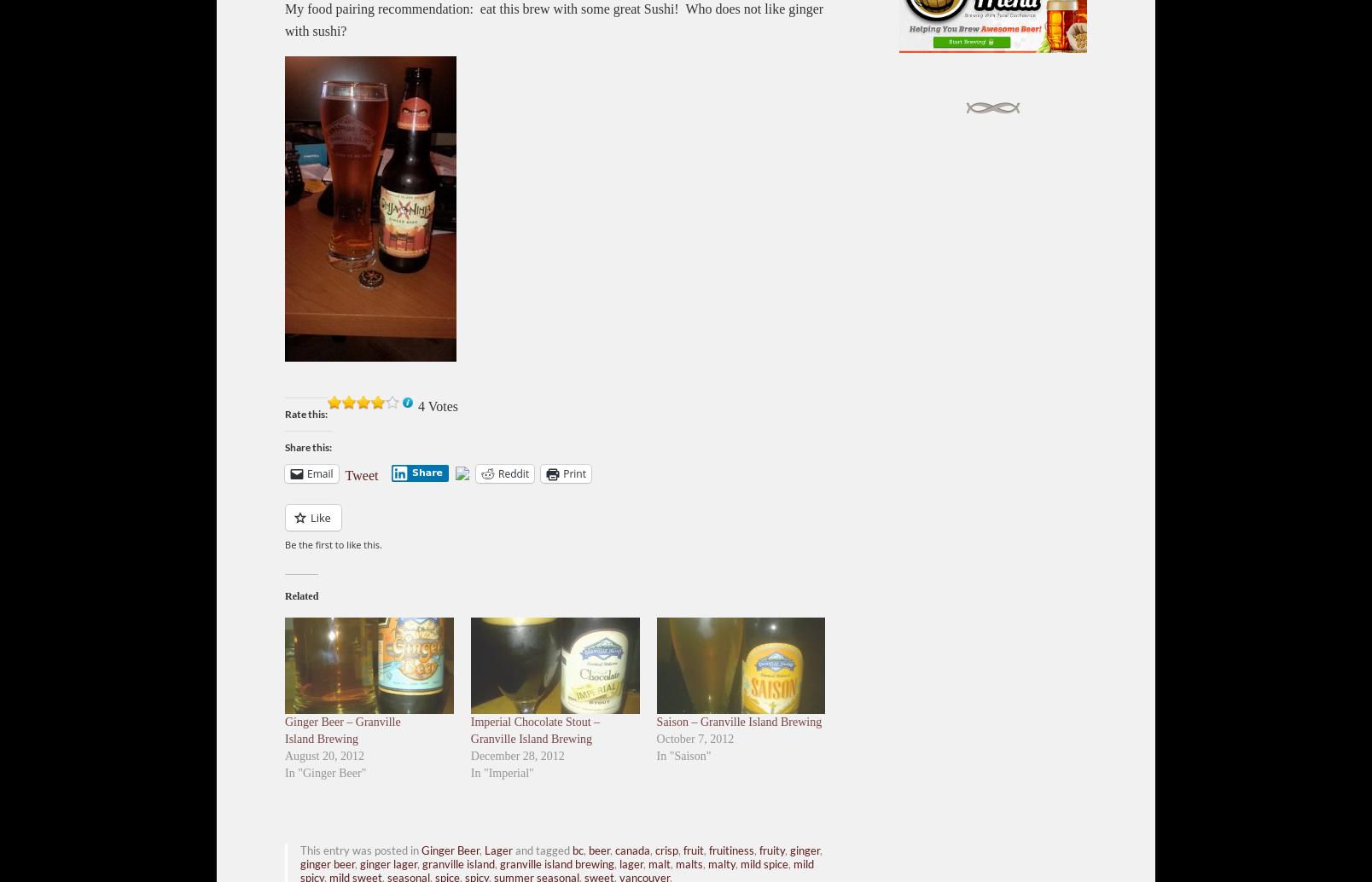  I want to click on 'Share this:', so click(308, 447).